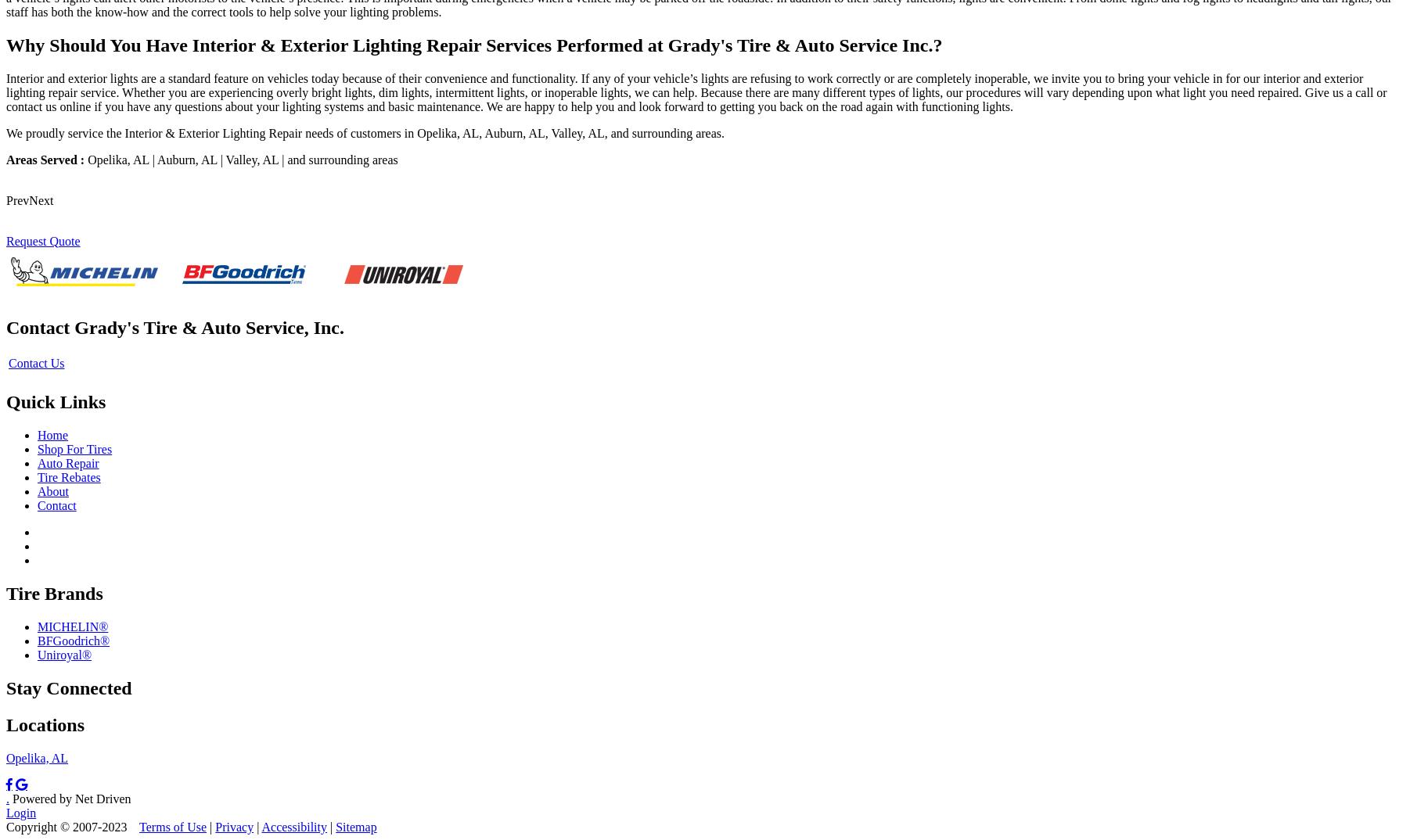 The width and height of the screenshot is (1410, 840). What do you see at coordinates (261, 826) in the screenshot?
I see `'Accessibility'` at bounding box center [261, 826].